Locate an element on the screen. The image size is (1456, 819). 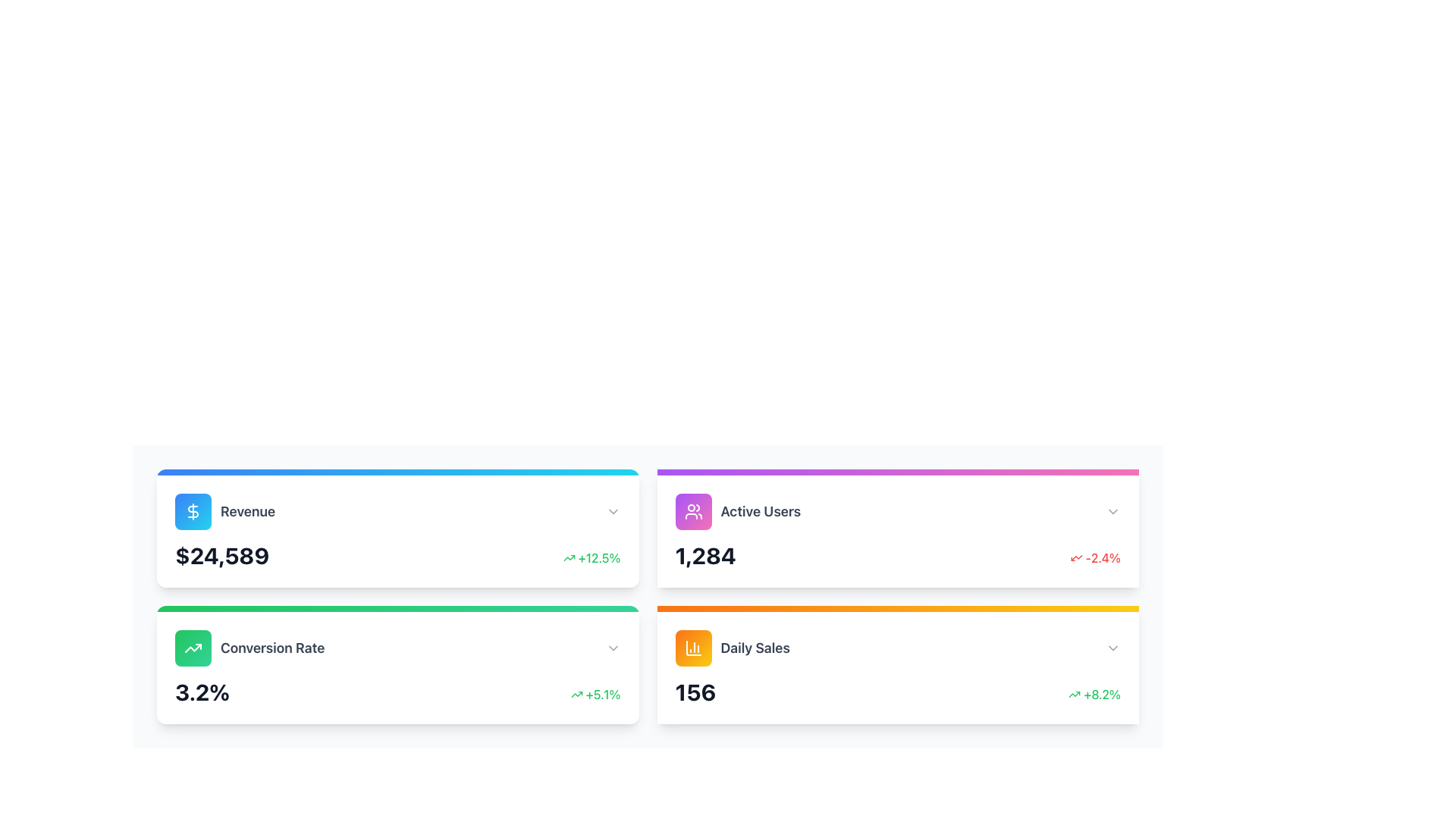
the user icon located in the upper-center part of the second information card in the second row, titled 'Active Users', which is positioned to the left of the 'Active Users' text is located at coordinates (692, 512).